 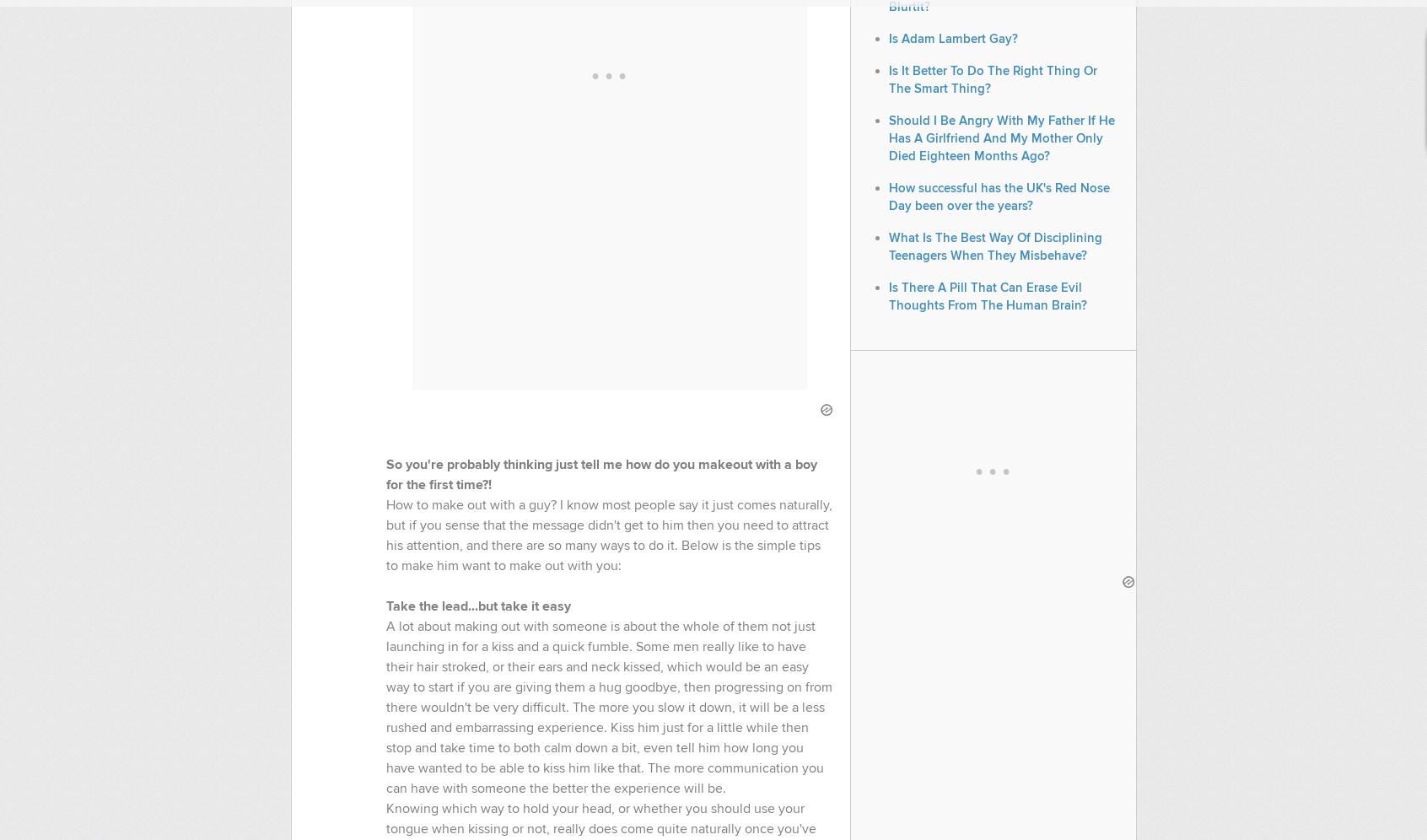 I want to click on 'Is There A Pill That Can Erase Evil Thoughts From The Human Brain?', so click(x=986, y=296).